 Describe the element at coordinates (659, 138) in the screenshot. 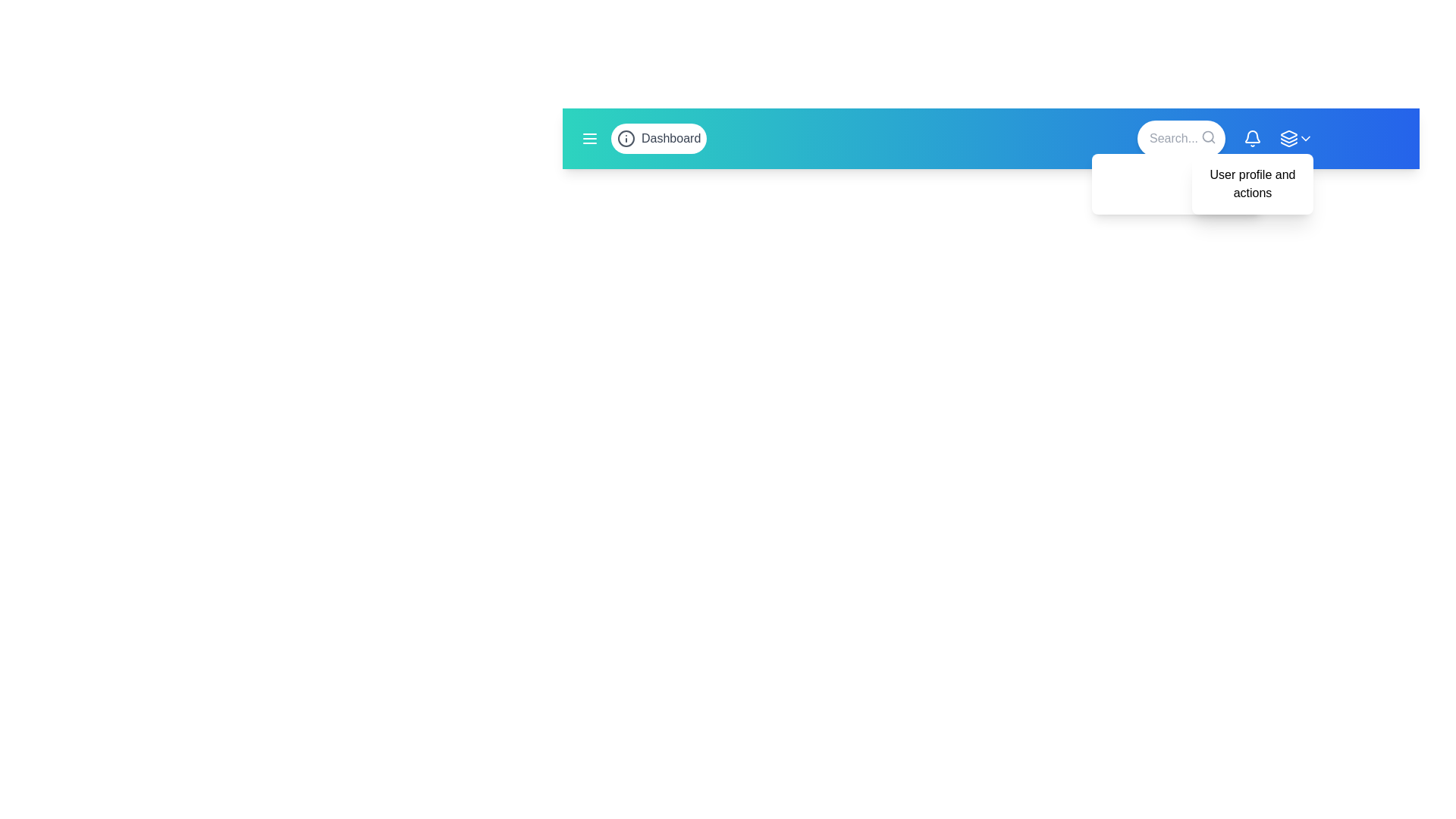

I see `the 'Dashboard' navigation button located at the upper-left corner of the interface, adjacent to the menu icon` at that location.